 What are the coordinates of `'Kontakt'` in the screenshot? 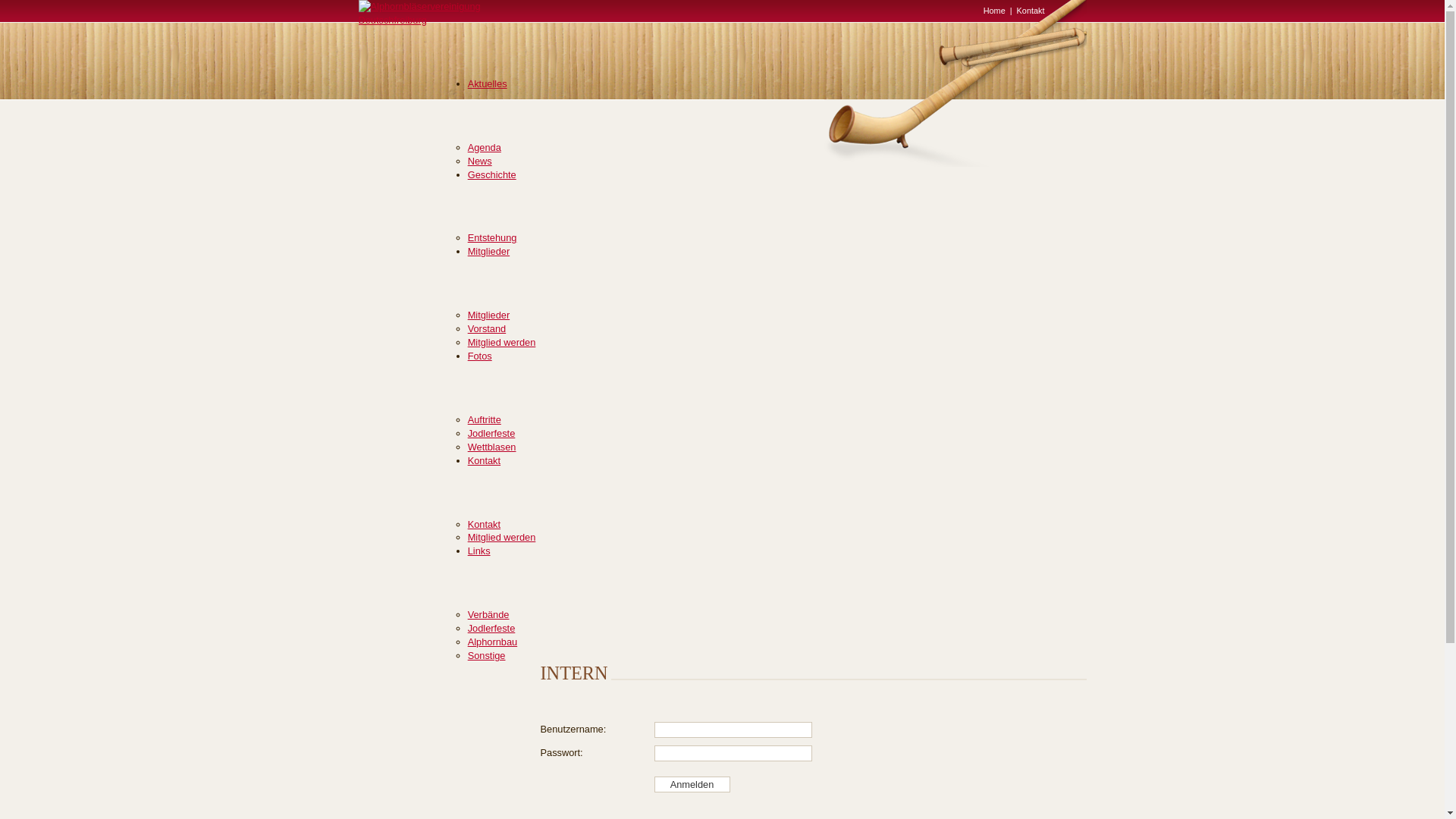 It's located at (483, 523).